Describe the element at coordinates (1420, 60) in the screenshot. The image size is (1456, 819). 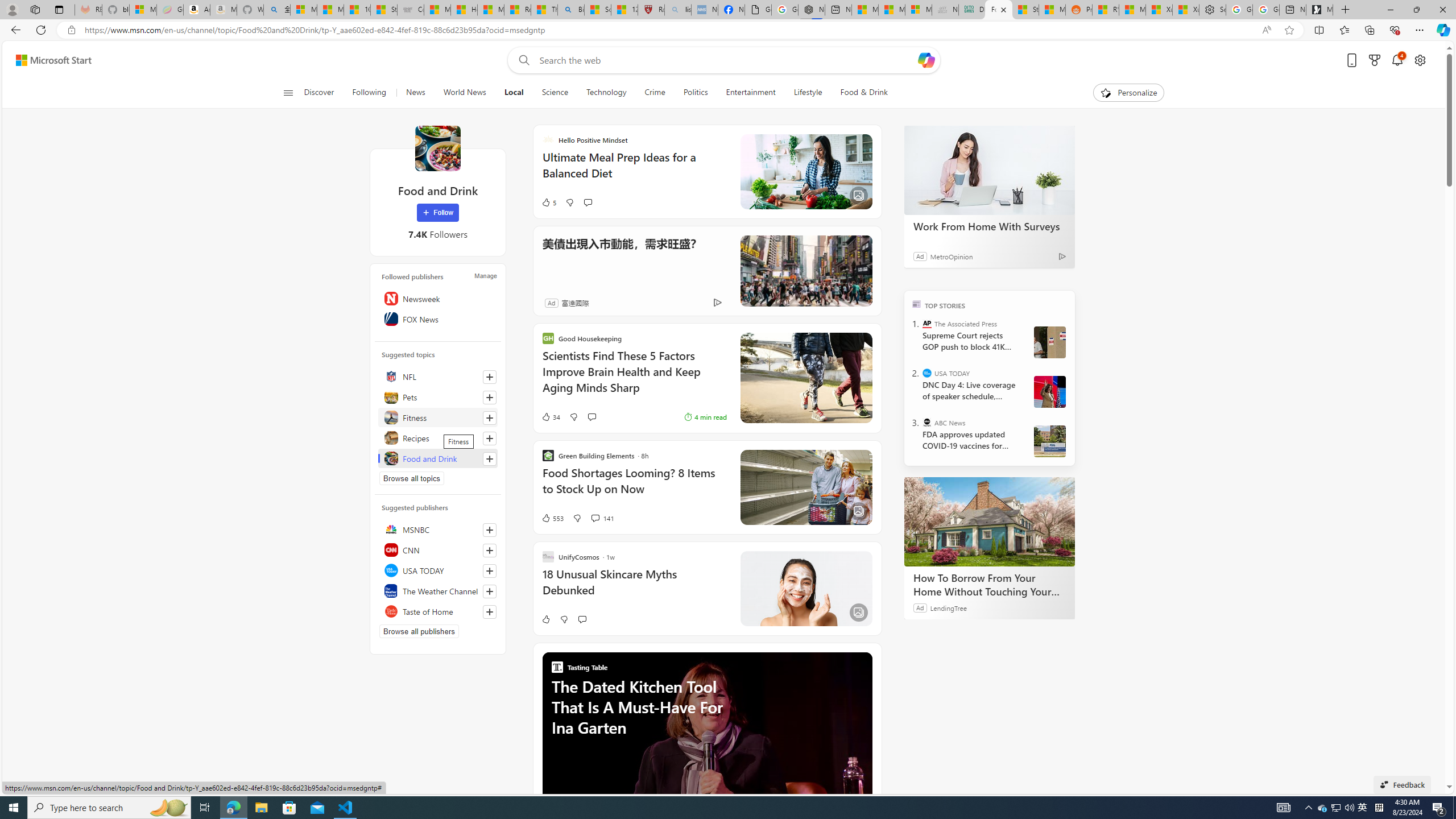
I see `'Open settings'` at that location.